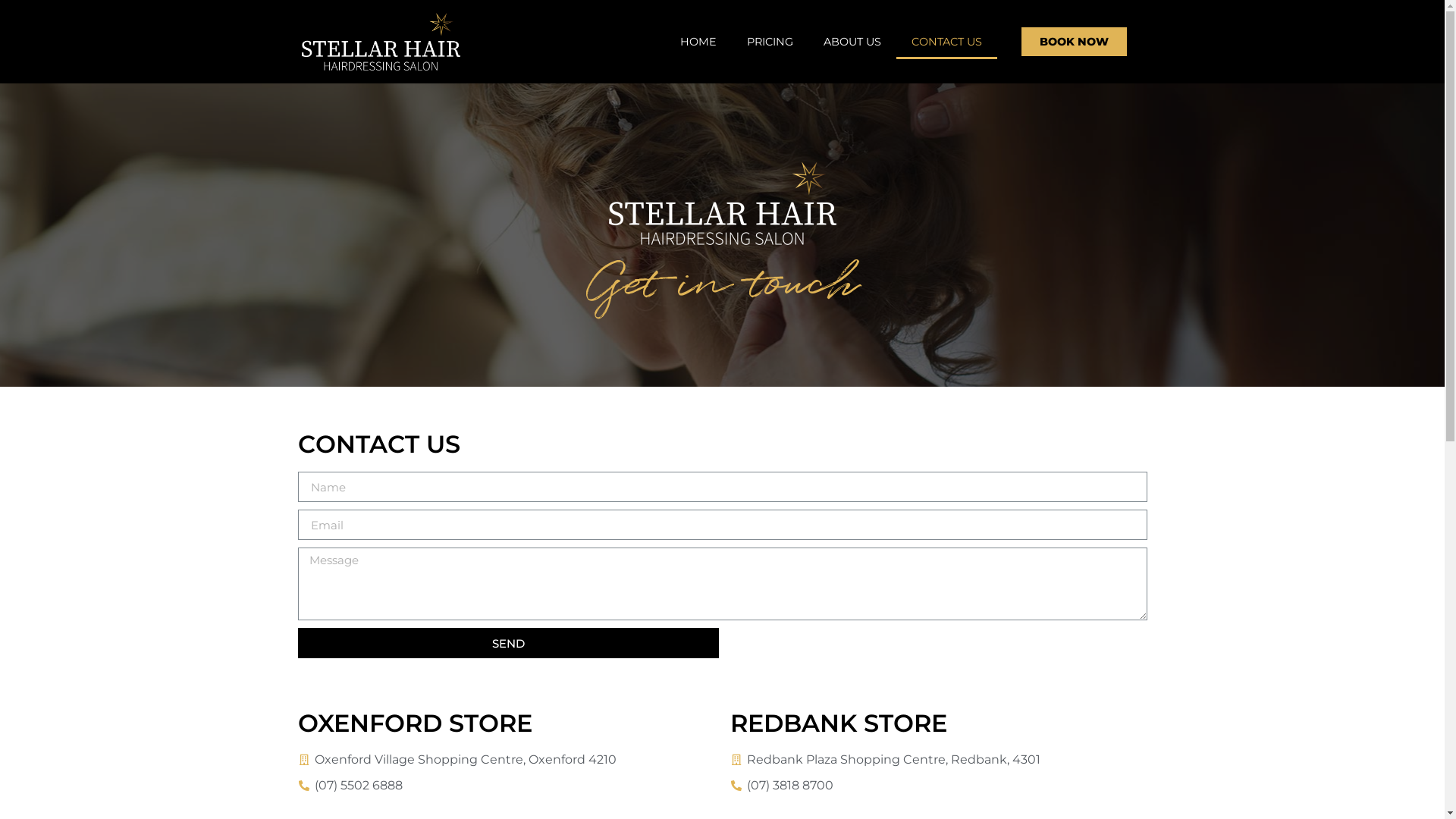  What do you see at coordinates (665, 40) in the screenshot?
I see `'HOME'` at bounding box center [665, 40].